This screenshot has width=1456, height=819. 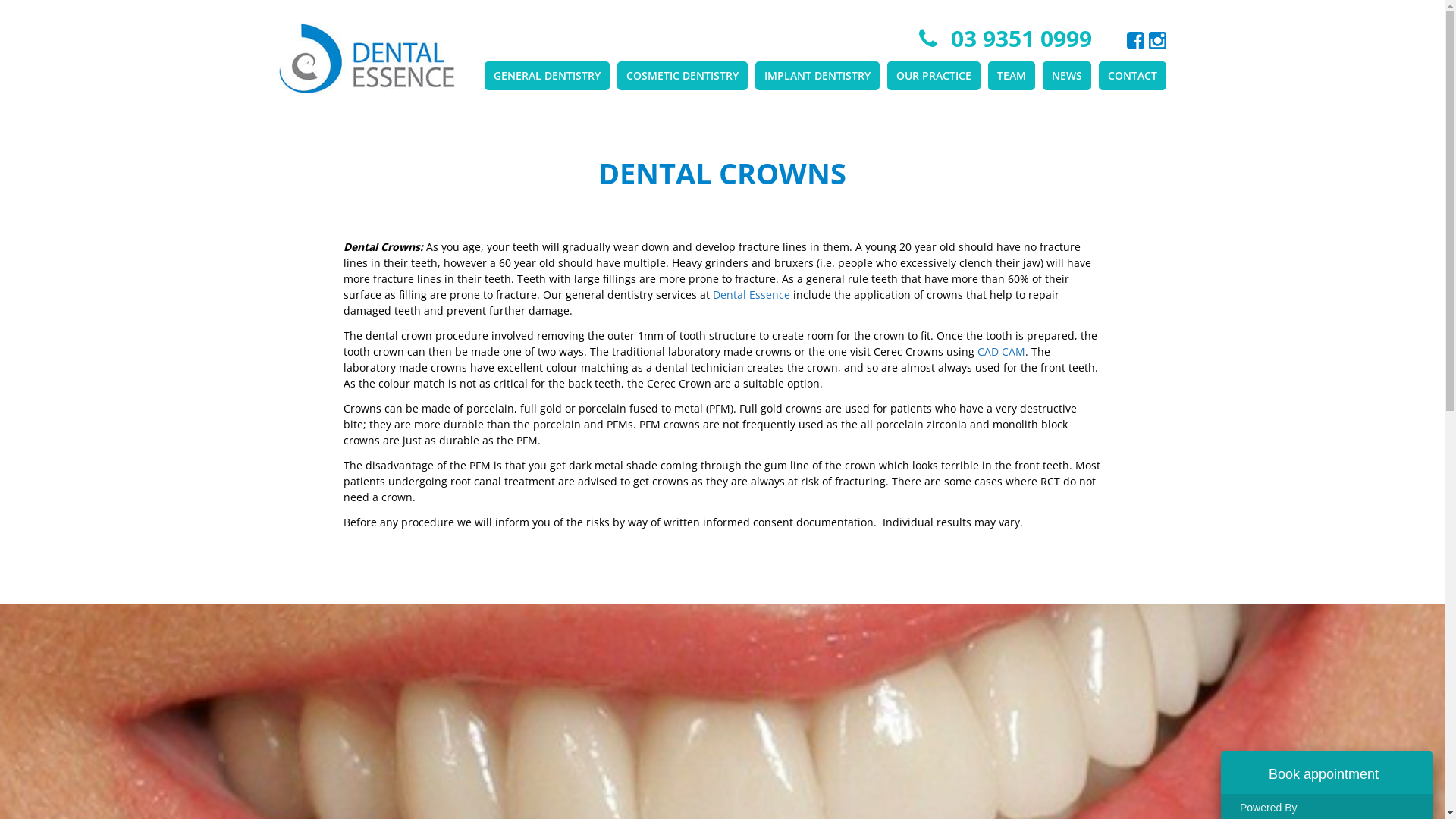 What do you see at coordinates (1131, 76) in the screenshot?
I see `'CONTACT'` at bounding box center [1131, 76].